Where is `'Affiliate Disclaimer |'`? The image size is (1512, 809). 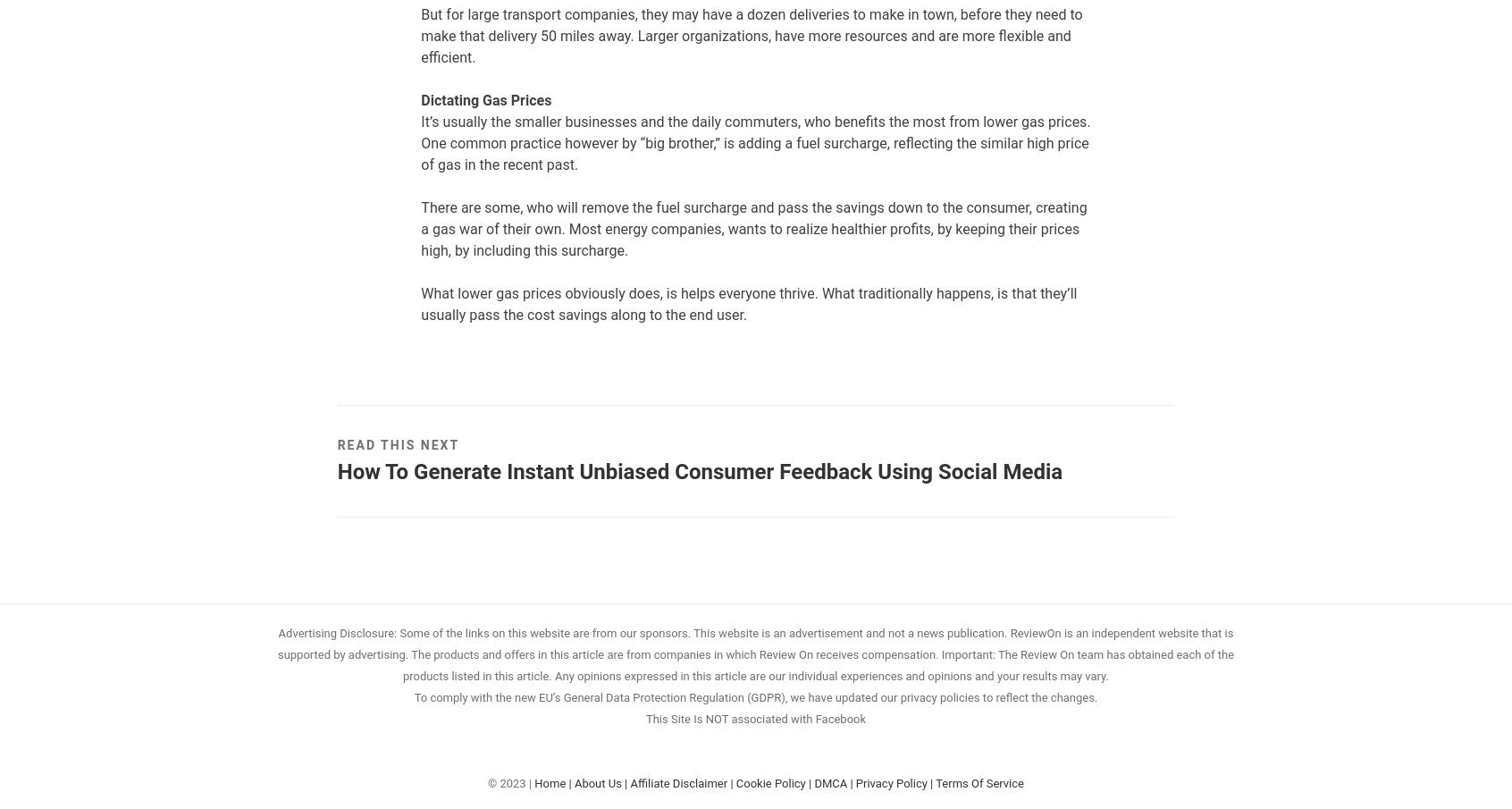
'Affiliate Disclaimer |' is located at coordinates (630, 782).